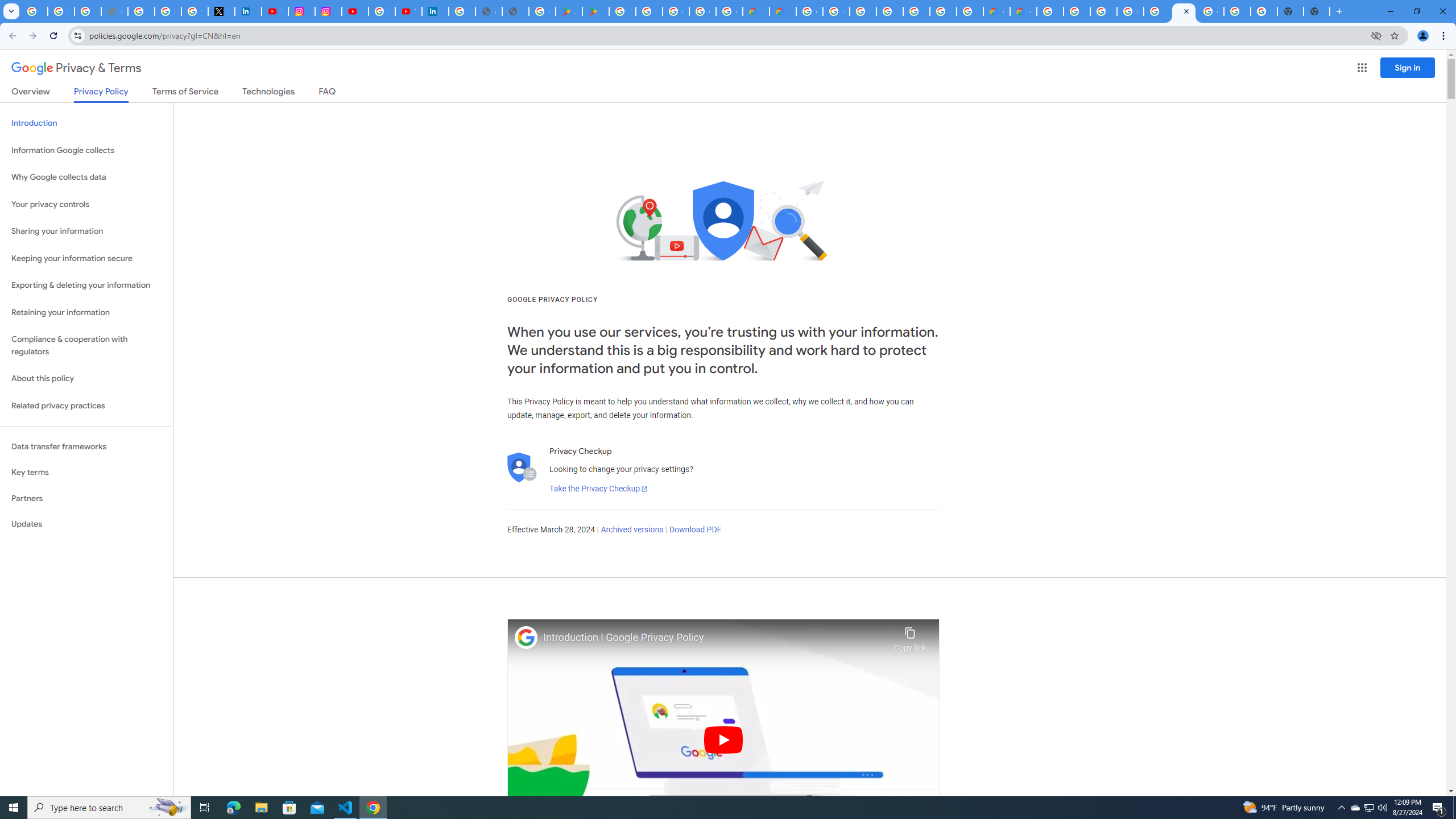 The image size is (1456, 819). What do you see at coordinates (327, 93) in the screenshot?
I see `'FAQ'` at bounding box center [327, 93].